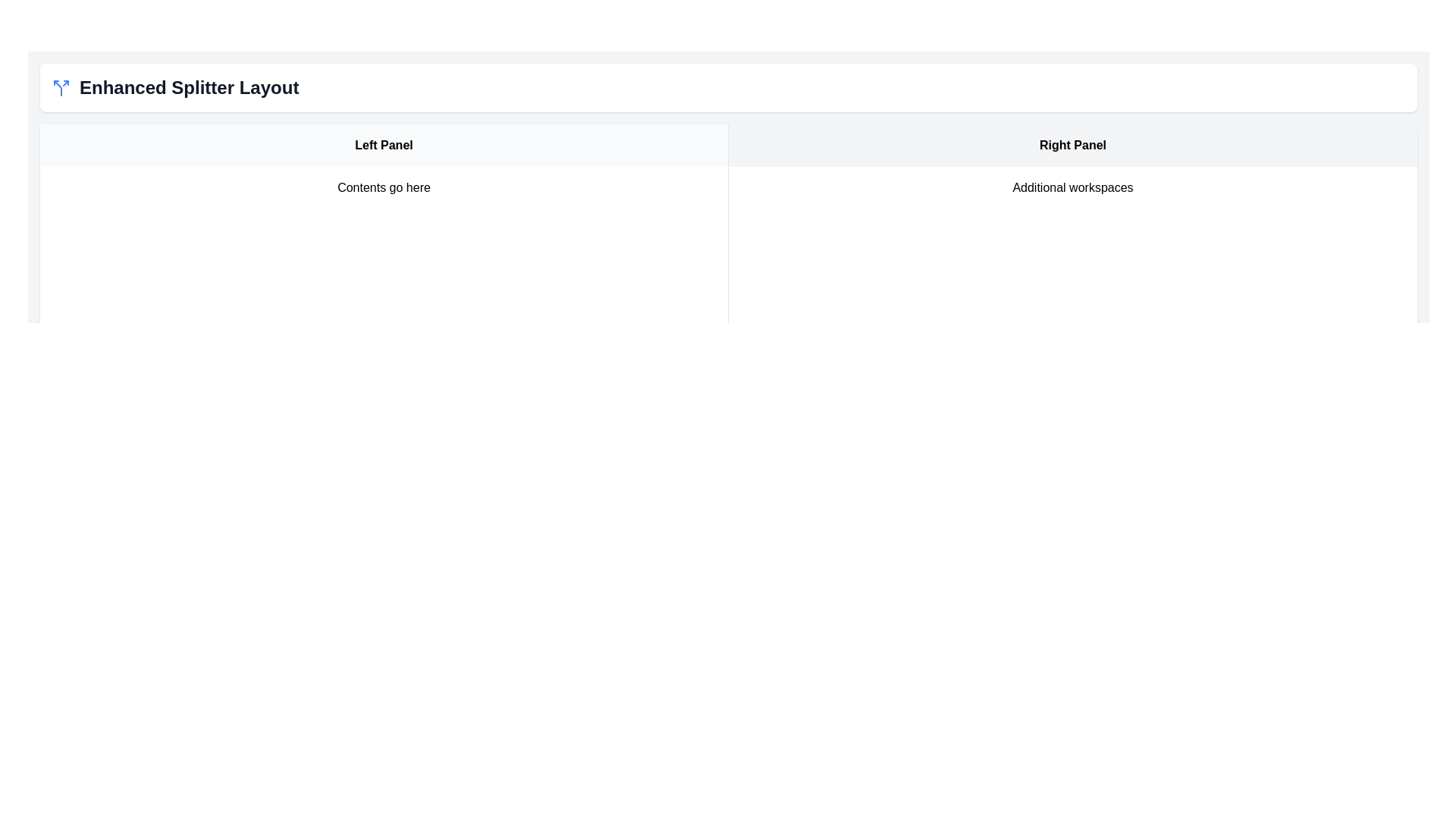 This screenshot has width=1456, height=819. Describe the element at coordinates (384, 146) in the screenshot. I see `text from the header labeled 'Left Panel' which is located in the left panel of the UI and has a light gray background with bold black text` at that location.